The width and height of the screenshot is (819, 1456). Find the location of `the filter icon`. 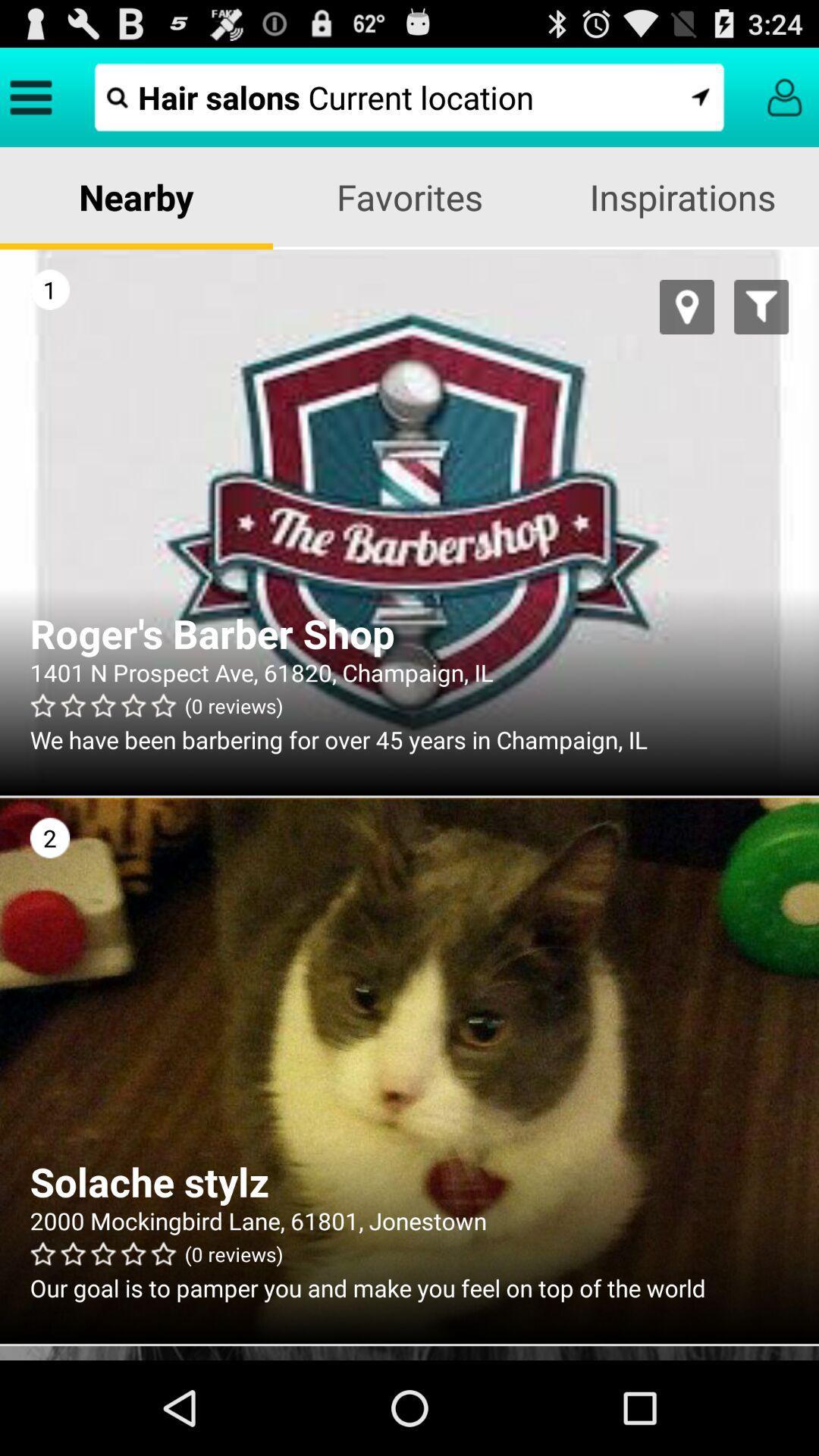

the filter icon is located at coordinates (761, 328).